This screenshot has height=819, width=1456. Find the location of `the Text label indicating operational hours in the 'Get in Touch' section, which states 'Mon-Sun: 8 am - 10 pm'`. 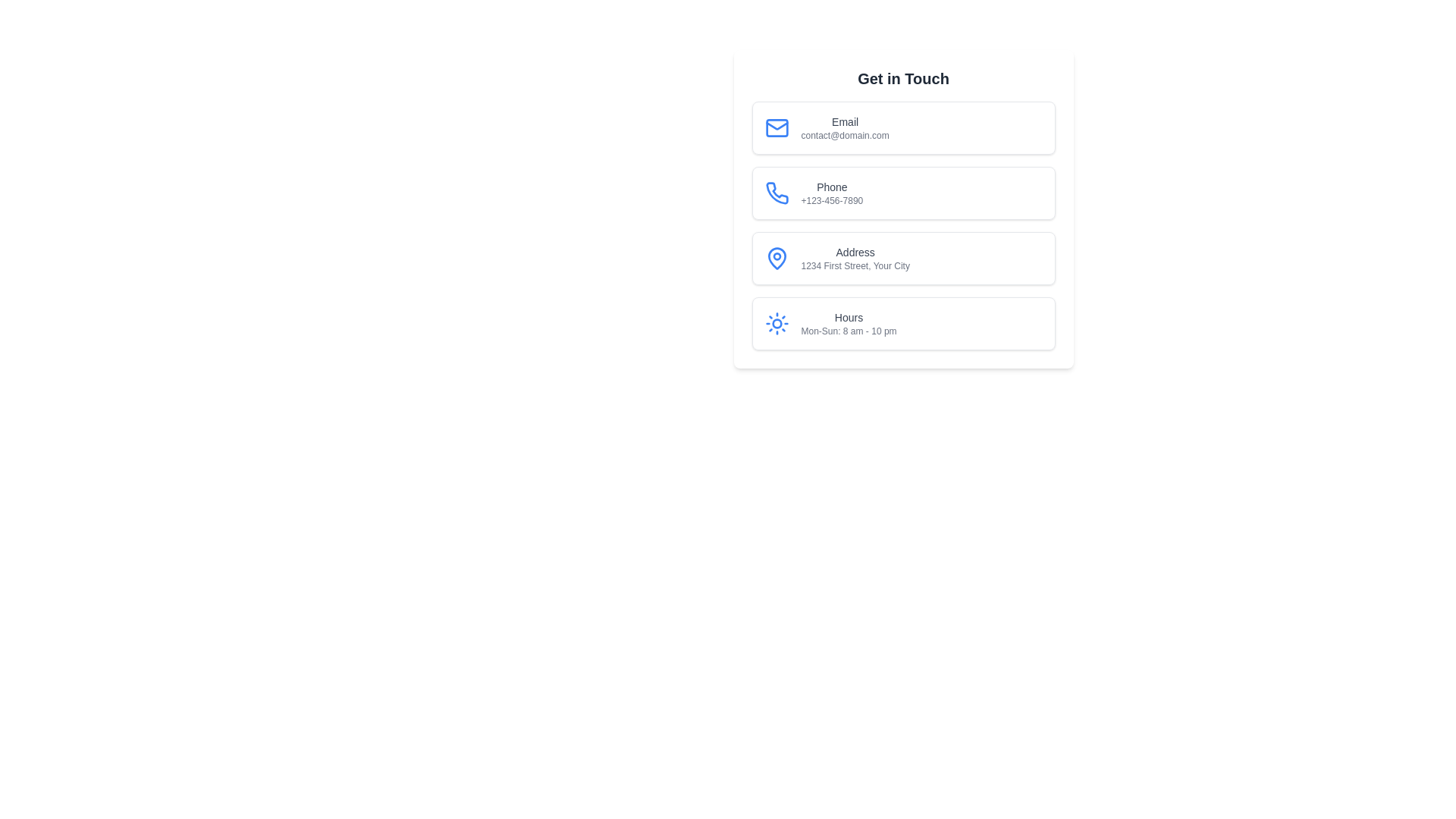

the Text label indicating operational hours in the 'Get in Touch' section, which states 'Mon-Sun: 8 am - 10 pm' is located at coordinates (848, 317).